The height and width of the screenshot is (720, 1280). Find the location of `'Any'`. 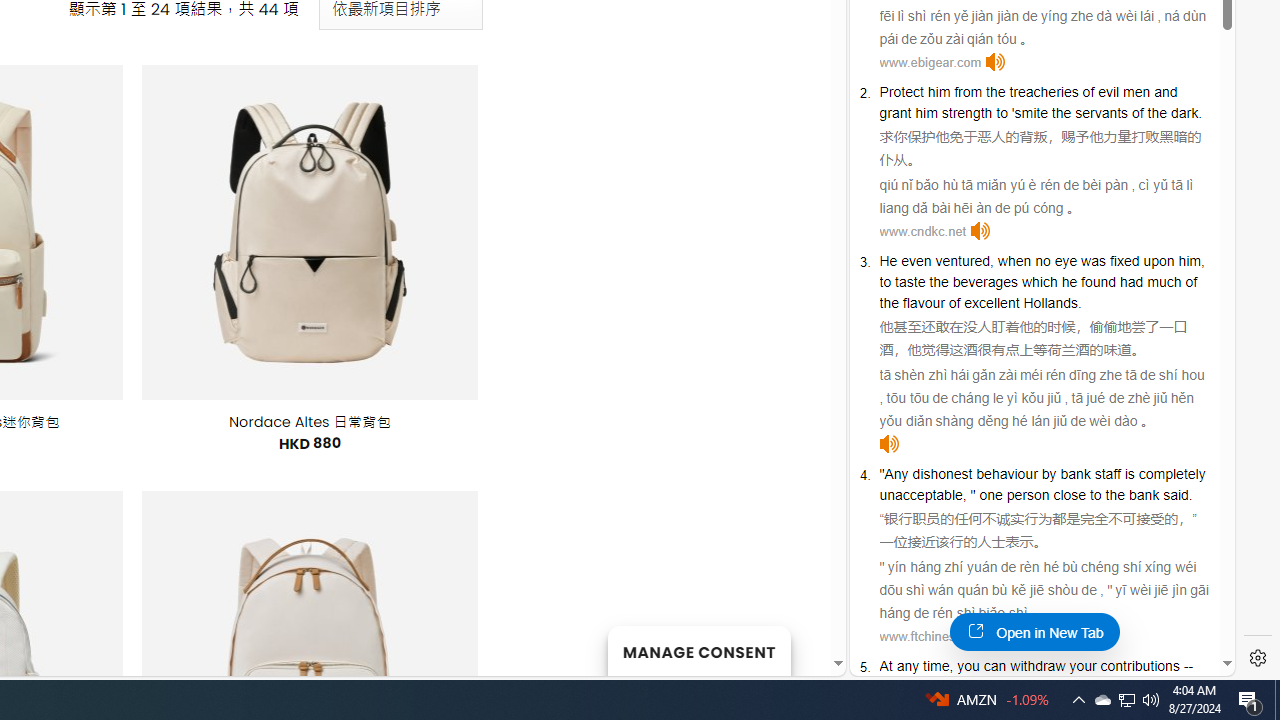

'Any' is located at coordinates (895, 473).